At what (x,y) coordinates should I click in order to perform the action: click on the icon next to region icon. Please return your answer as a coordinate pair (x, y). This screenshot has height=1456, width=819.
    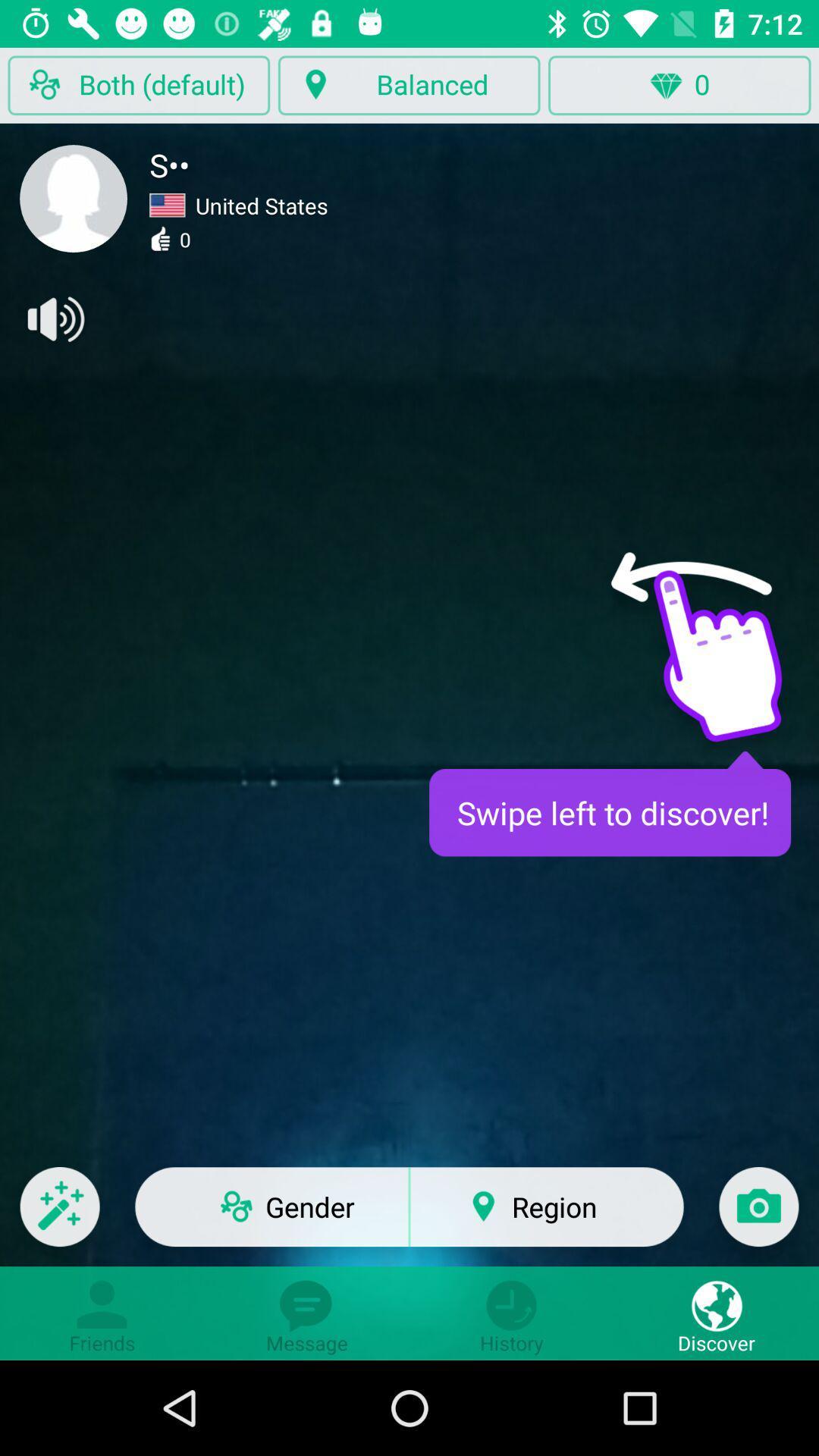
    Looking at the image, I should click on (758, 1216).